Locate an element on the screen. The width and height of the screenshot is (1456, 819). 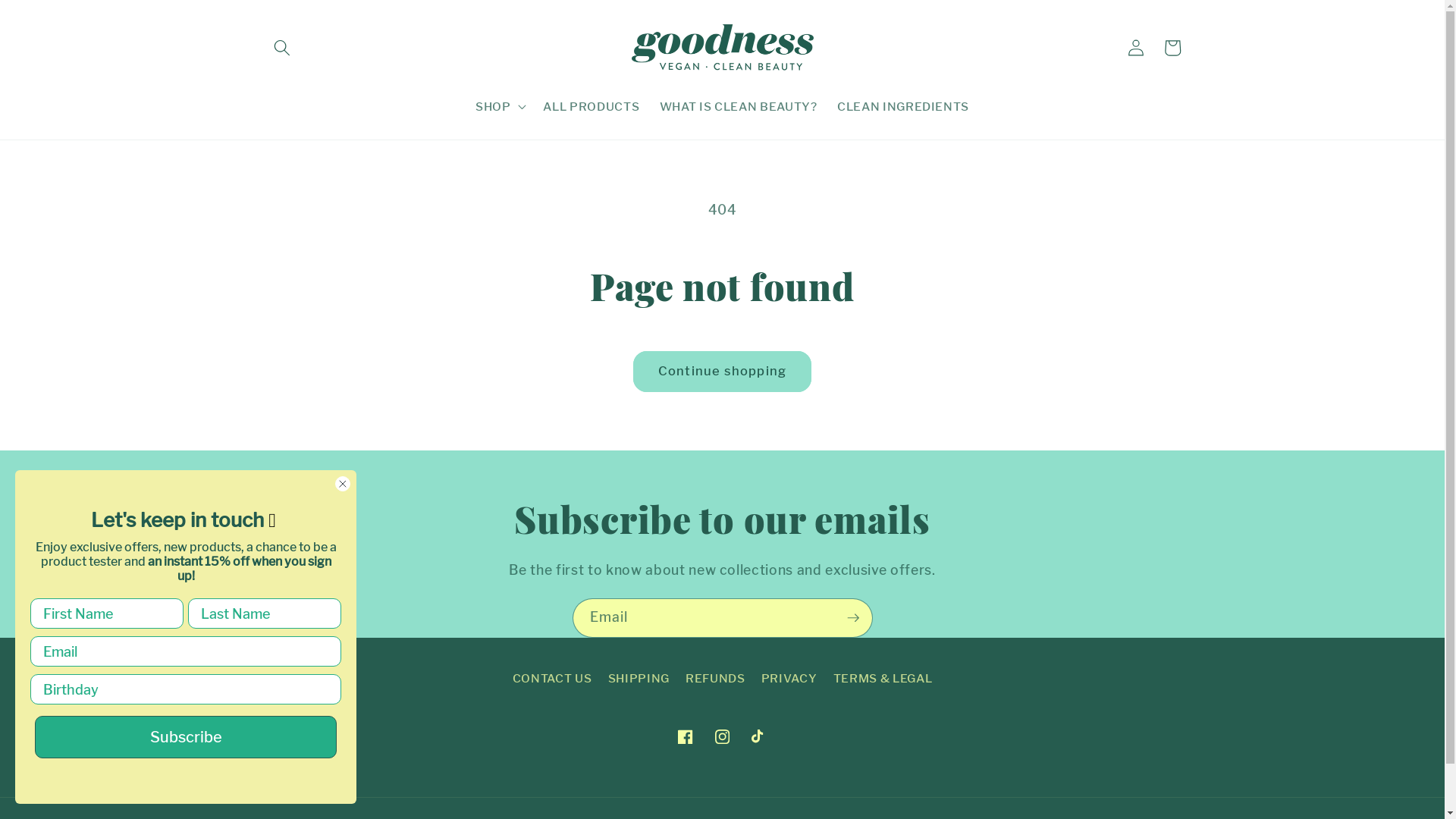
'REFUNDS' is located at coordinates (684, 678).